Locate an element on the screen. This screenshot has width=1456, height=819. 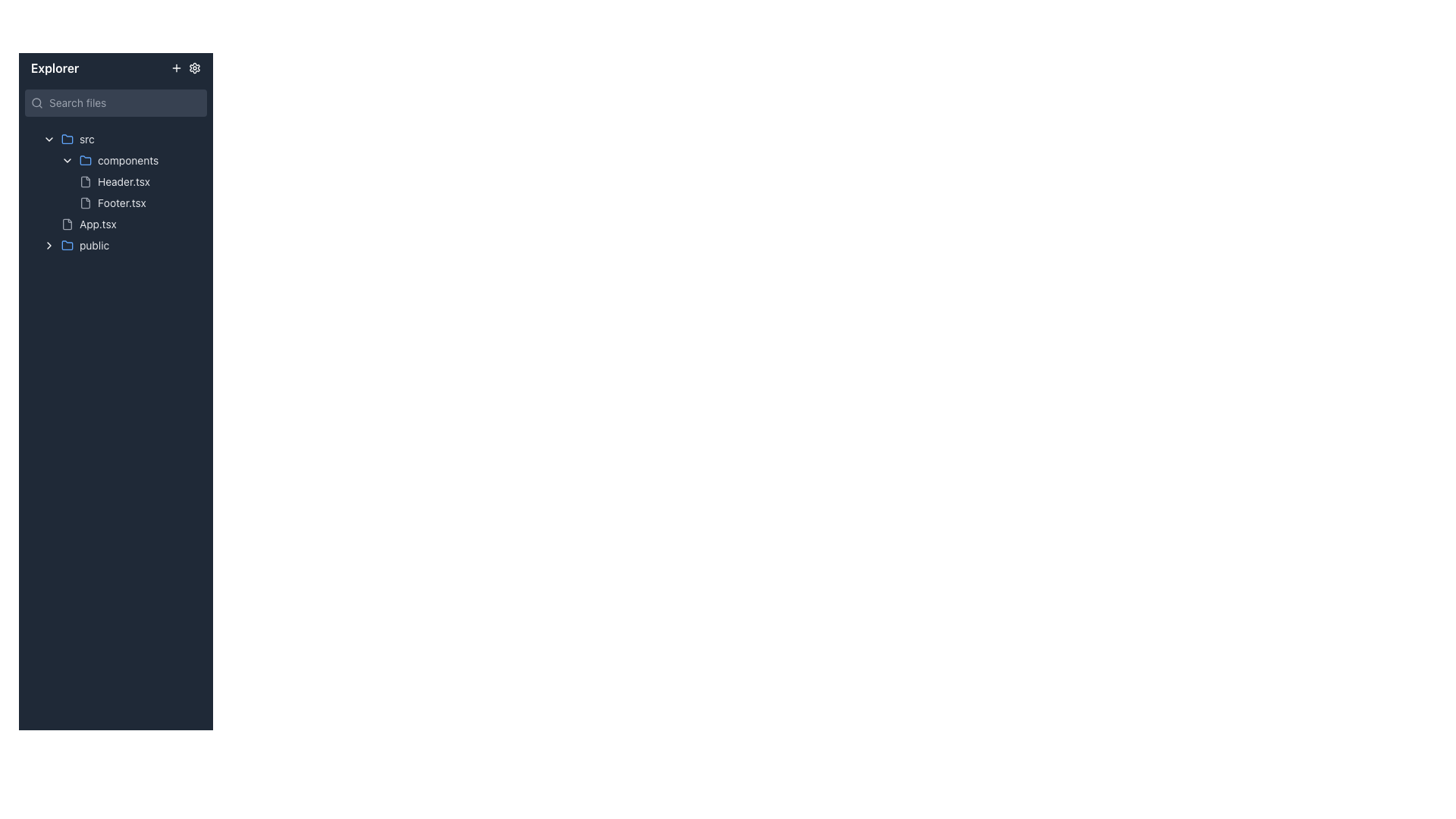
the small 'plus' icon button in the top-right sidebar to change its color to blue is located at coordinates (177, 67).